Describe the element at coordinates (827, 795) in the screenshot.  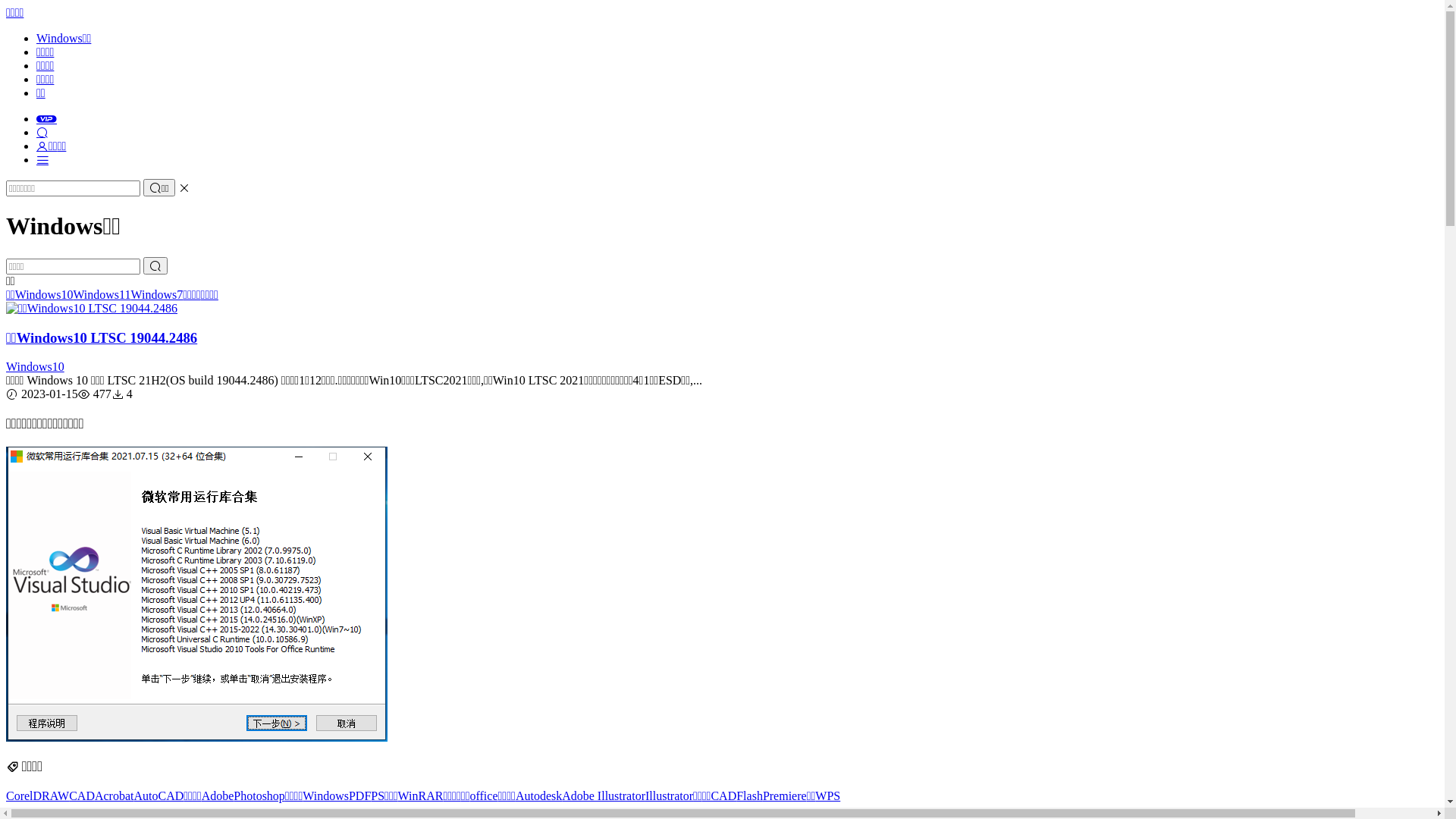
I see `'WPS'` at that location.